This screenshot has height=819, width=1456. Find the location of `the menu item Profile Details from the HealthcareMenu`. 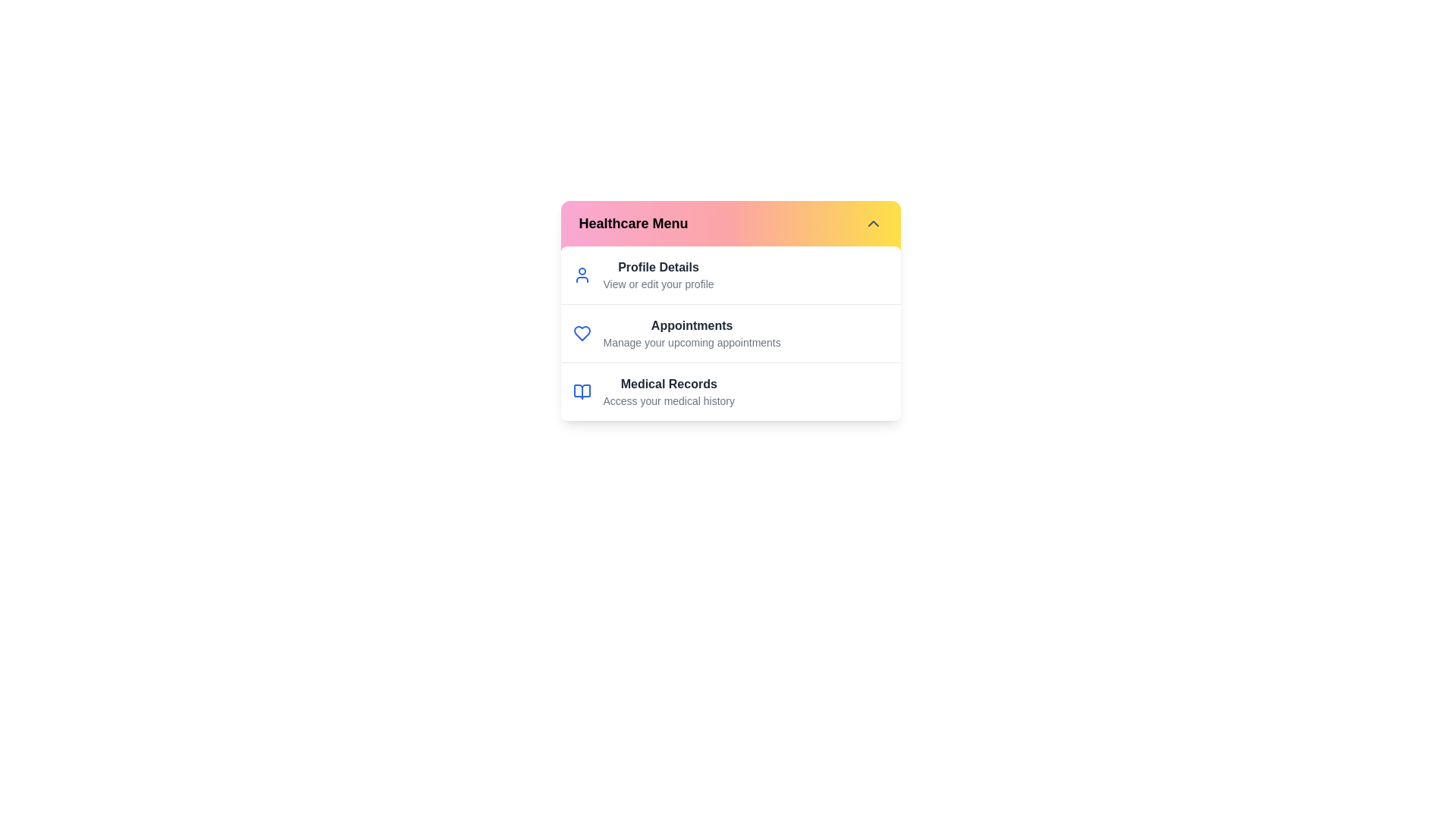

the menu item Profile Details from the HealthcareMenu is located at coordinates (658, 275).